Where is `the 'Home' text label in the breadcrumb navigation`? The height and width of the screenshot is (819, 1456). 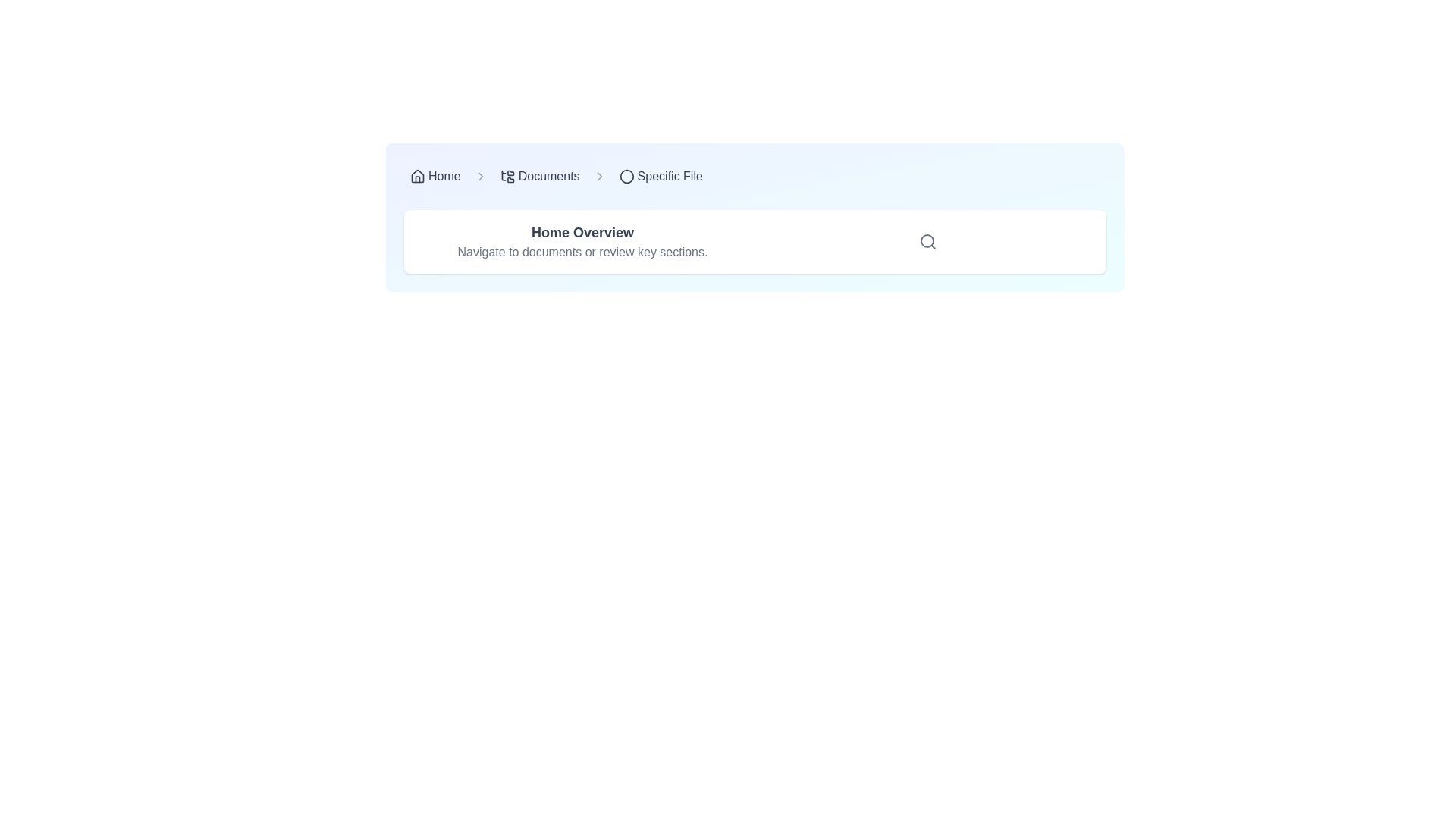
the 'Home' text label in the breadcrumb navigation is located at coordinates (444, 175).